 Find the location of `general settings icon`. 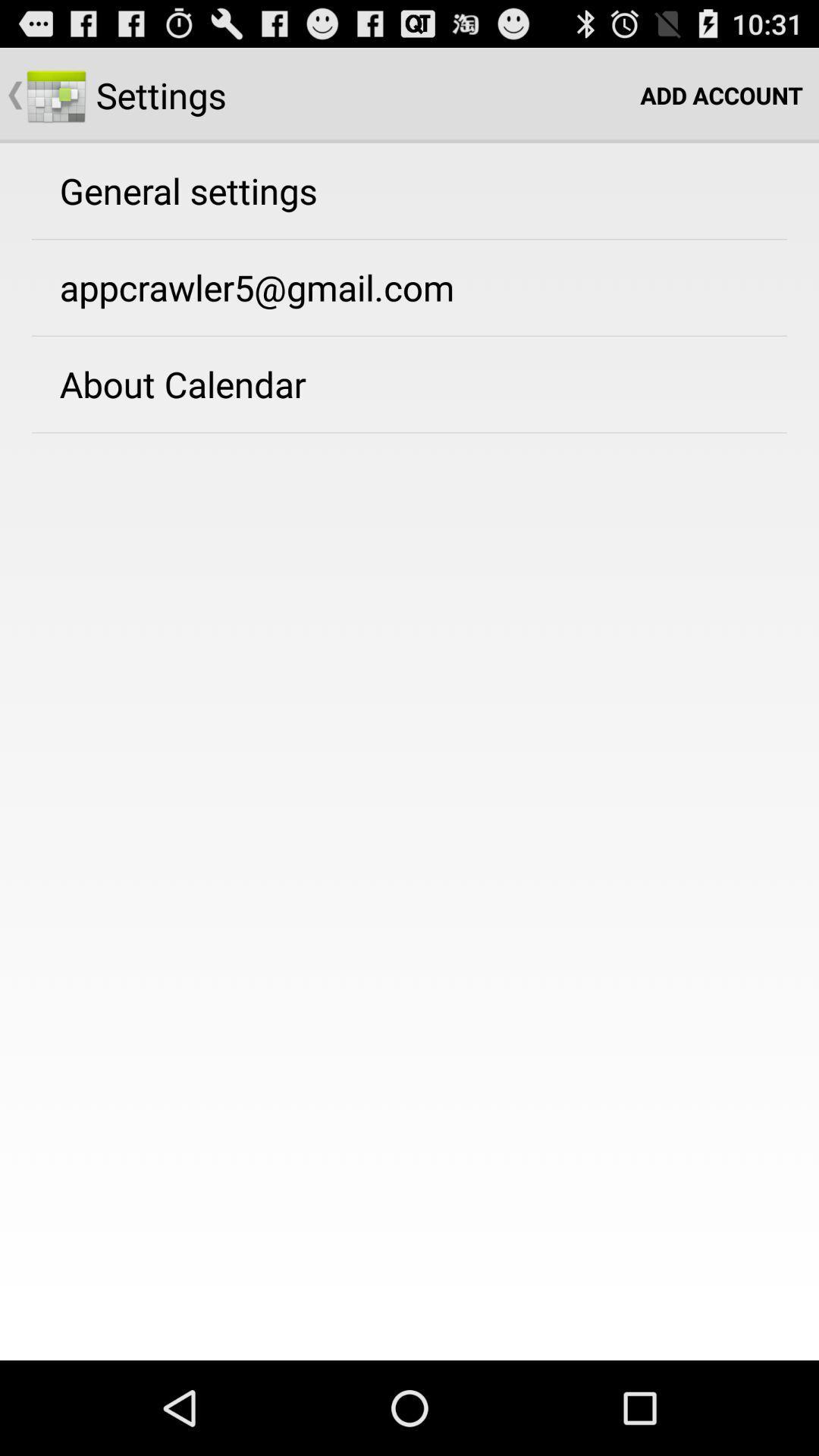

general settings icon is located at coordinates (187, 190).